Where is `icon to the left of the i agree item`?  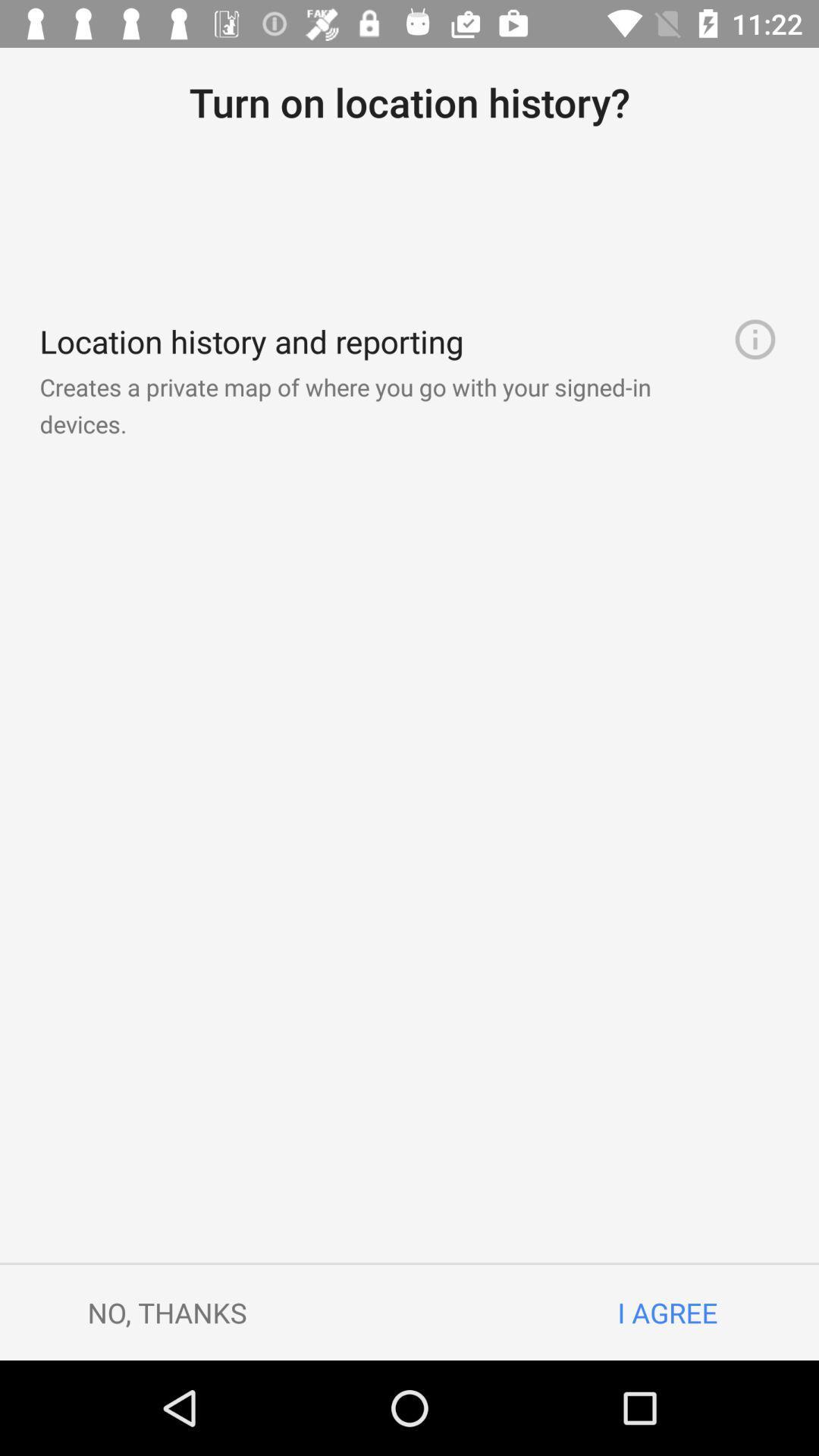 icon to the left of the i agree item is located at coordinates (167, 1312).